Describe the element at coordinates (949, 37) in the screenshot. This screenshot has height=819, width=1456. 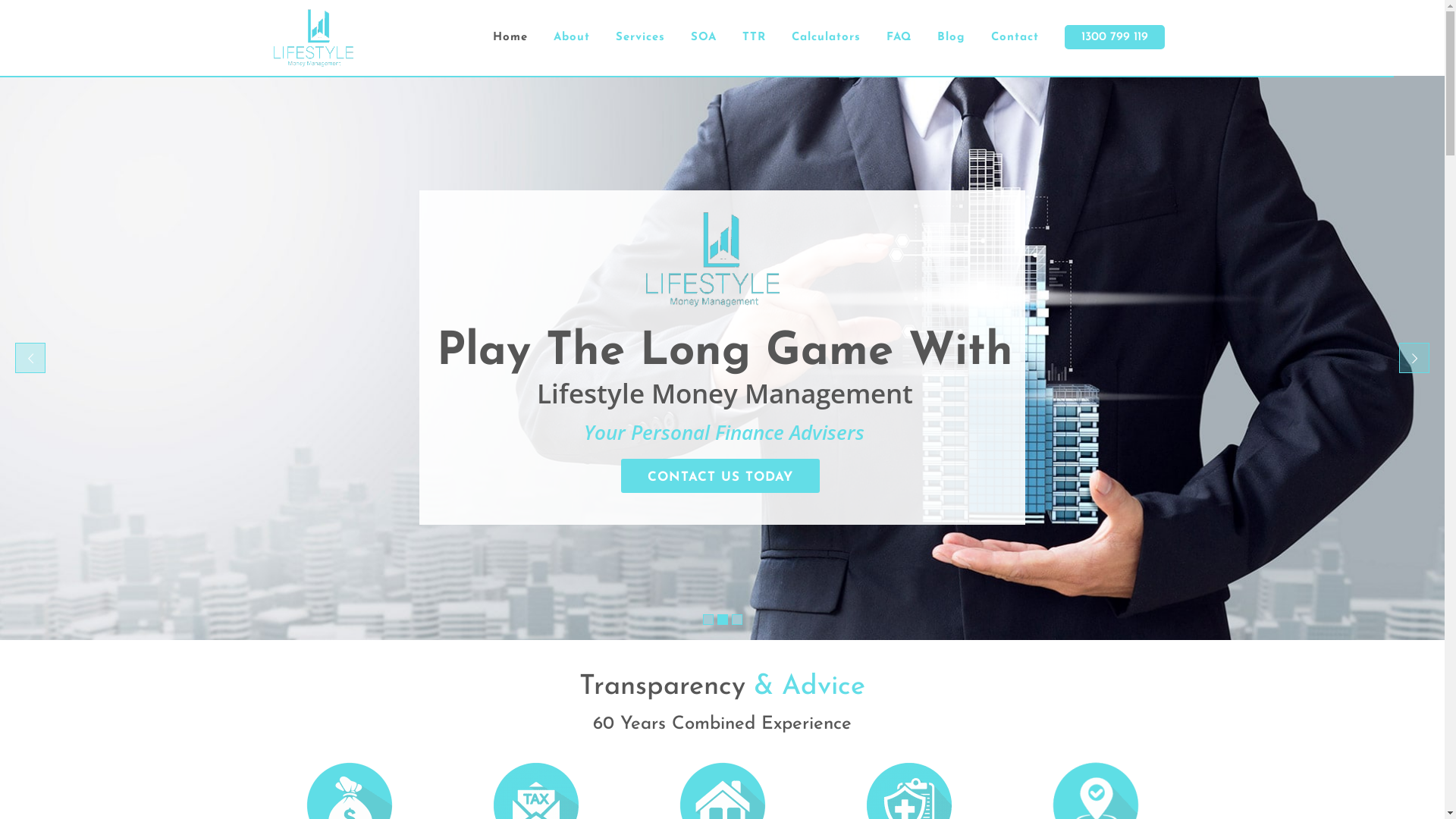
I see `'Blog'` at that location.